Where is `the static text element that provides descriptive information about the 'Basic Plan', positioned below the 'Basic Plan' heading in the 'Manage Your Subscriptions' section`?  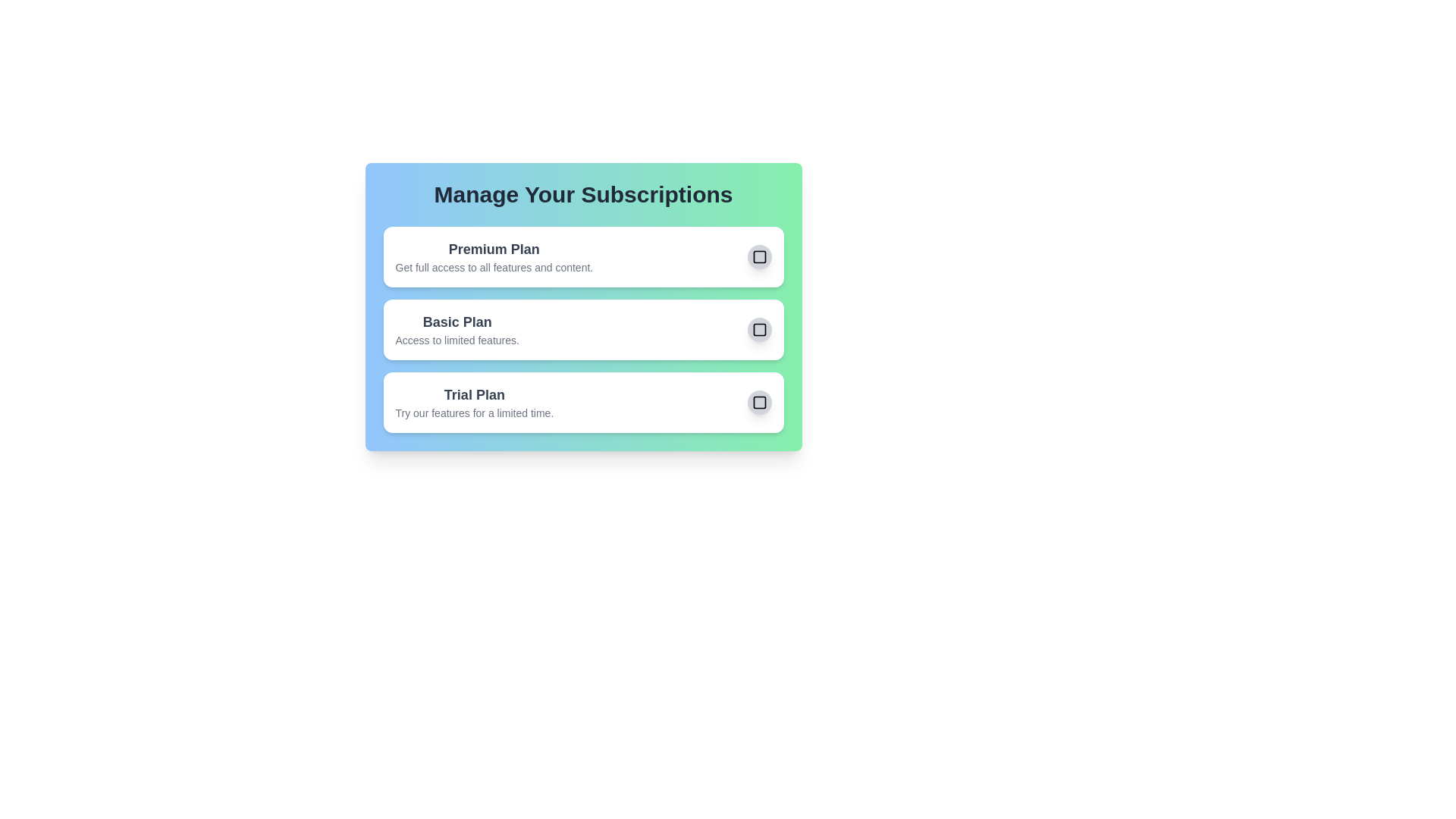
the static text element that provides descriptive information about the 'Basic Plan', positioned below the 'Basic Plan' heading in the 'Manage Your Subscriptions' section is located at coordinates (457, 339).